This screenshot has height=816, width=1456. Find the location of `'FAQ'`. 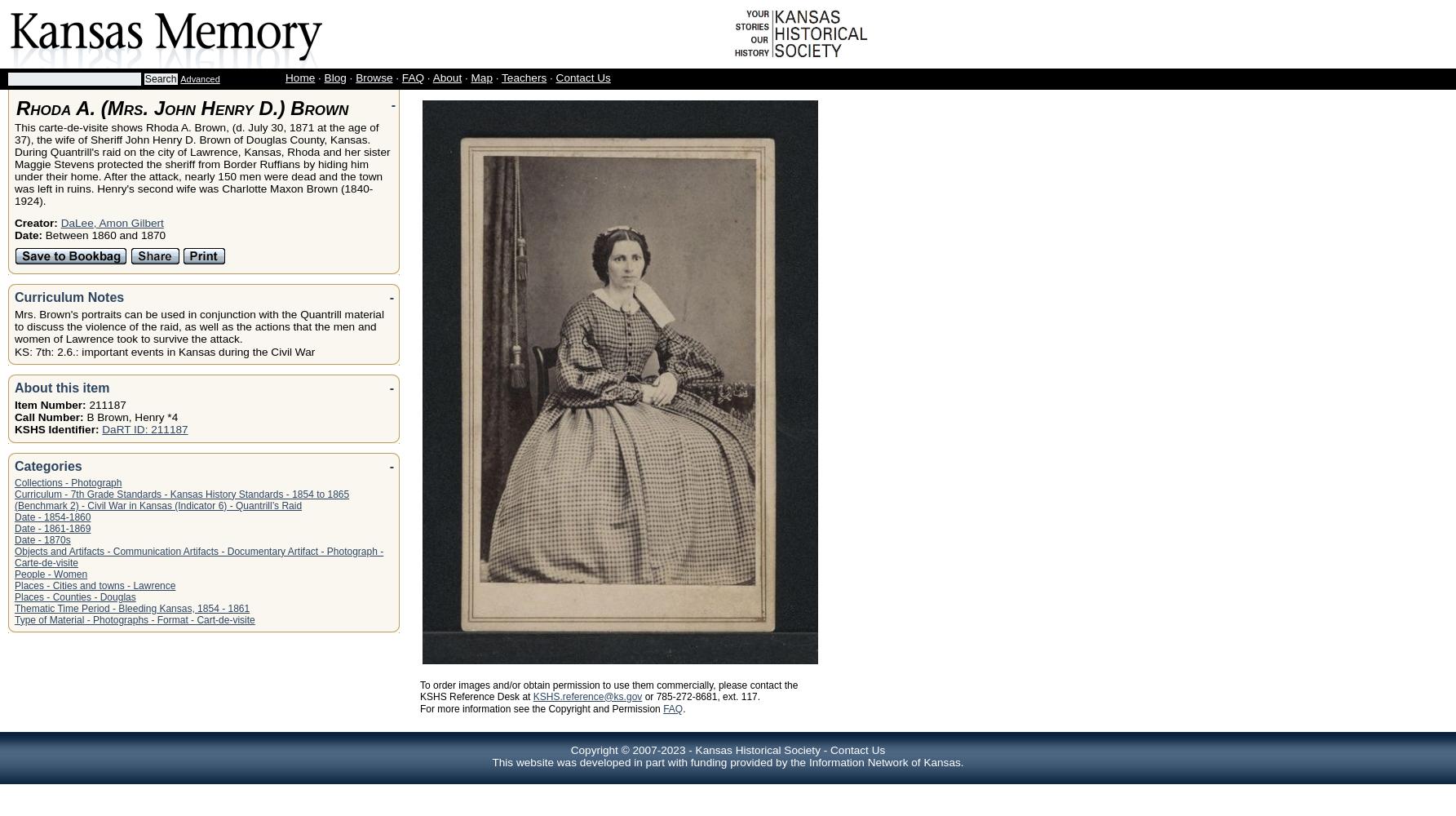

'FAQ' is located at coordinates (412, 77).